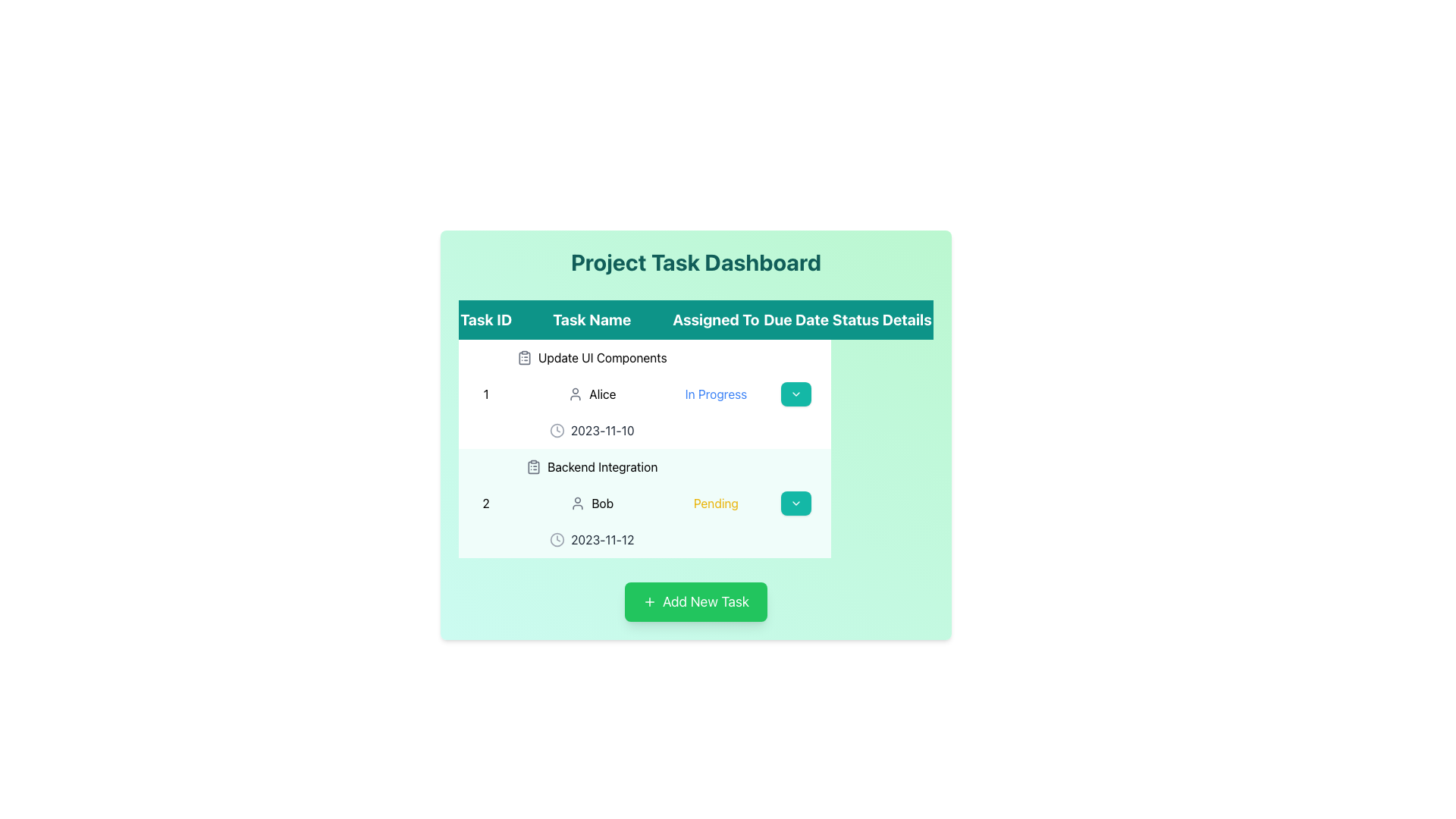 This screenshot has width=1456, height=819. What do you see at coordinates (524, 357) in the screenshot?
I see `the clipboard icon with a list, located in the 'Update UI Components' row of the task dashboard, to the left of the task name text` at bounding box center [524, 357].